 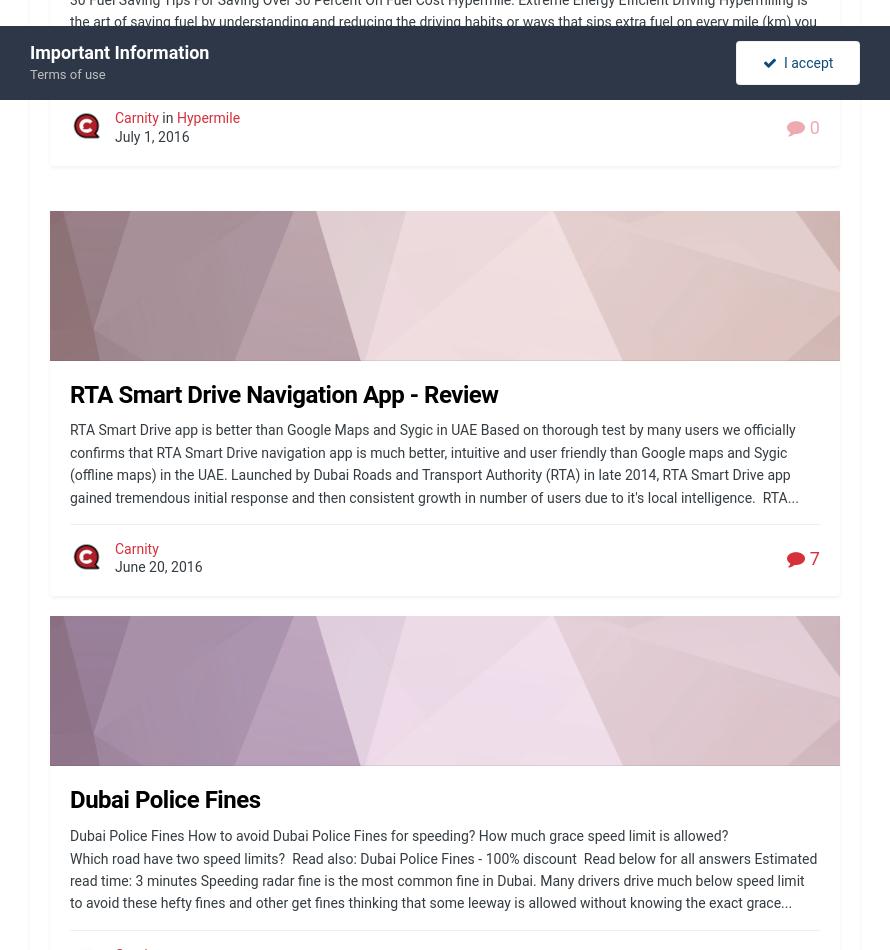 What do you see at coordinates (804, 62) in the screenshot?
I see `'I accept'` at bounding box center [804, 62].